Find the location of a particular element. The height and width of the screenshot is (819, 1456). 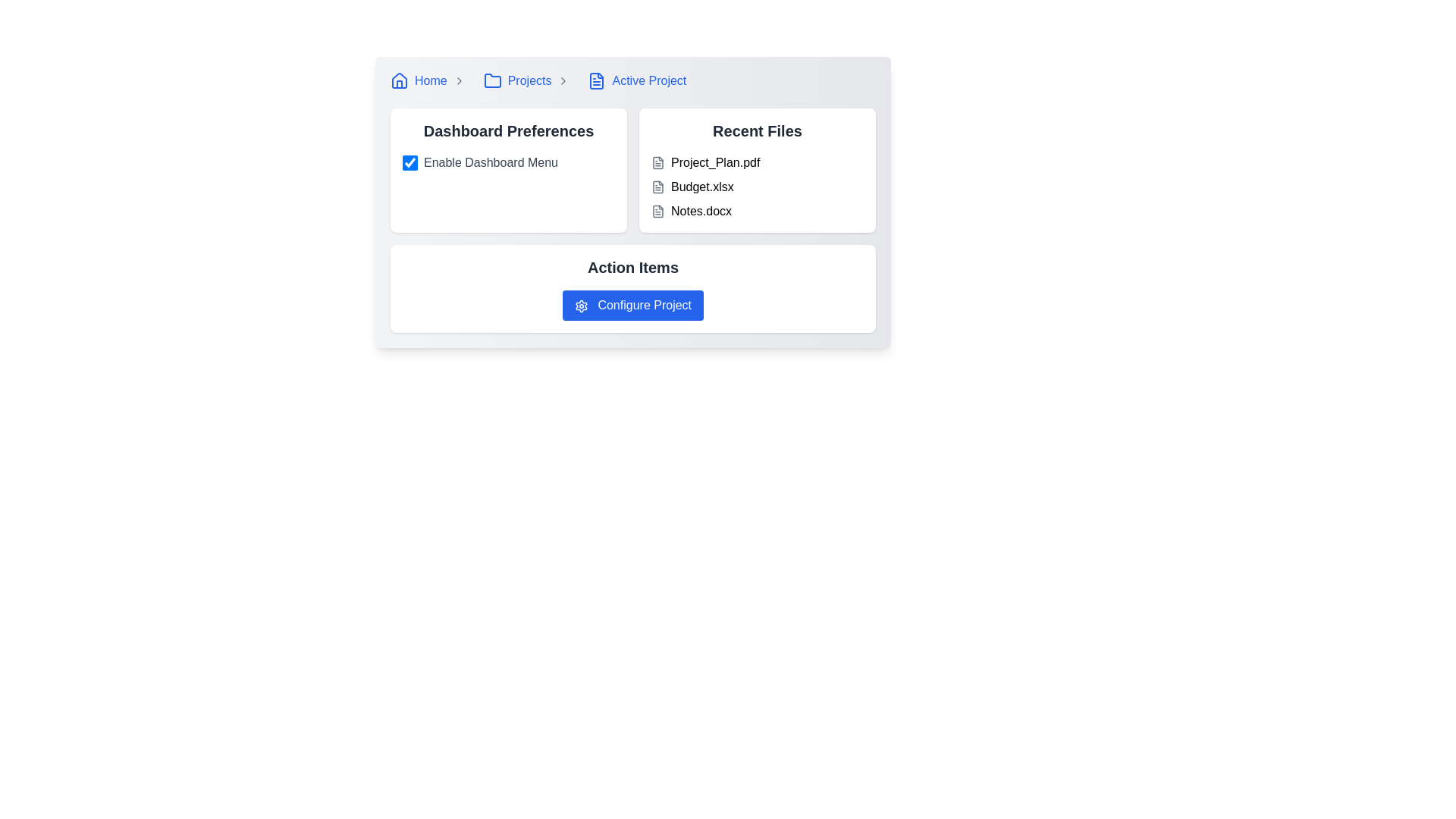

the third list item is located at coordinates (757, 211).